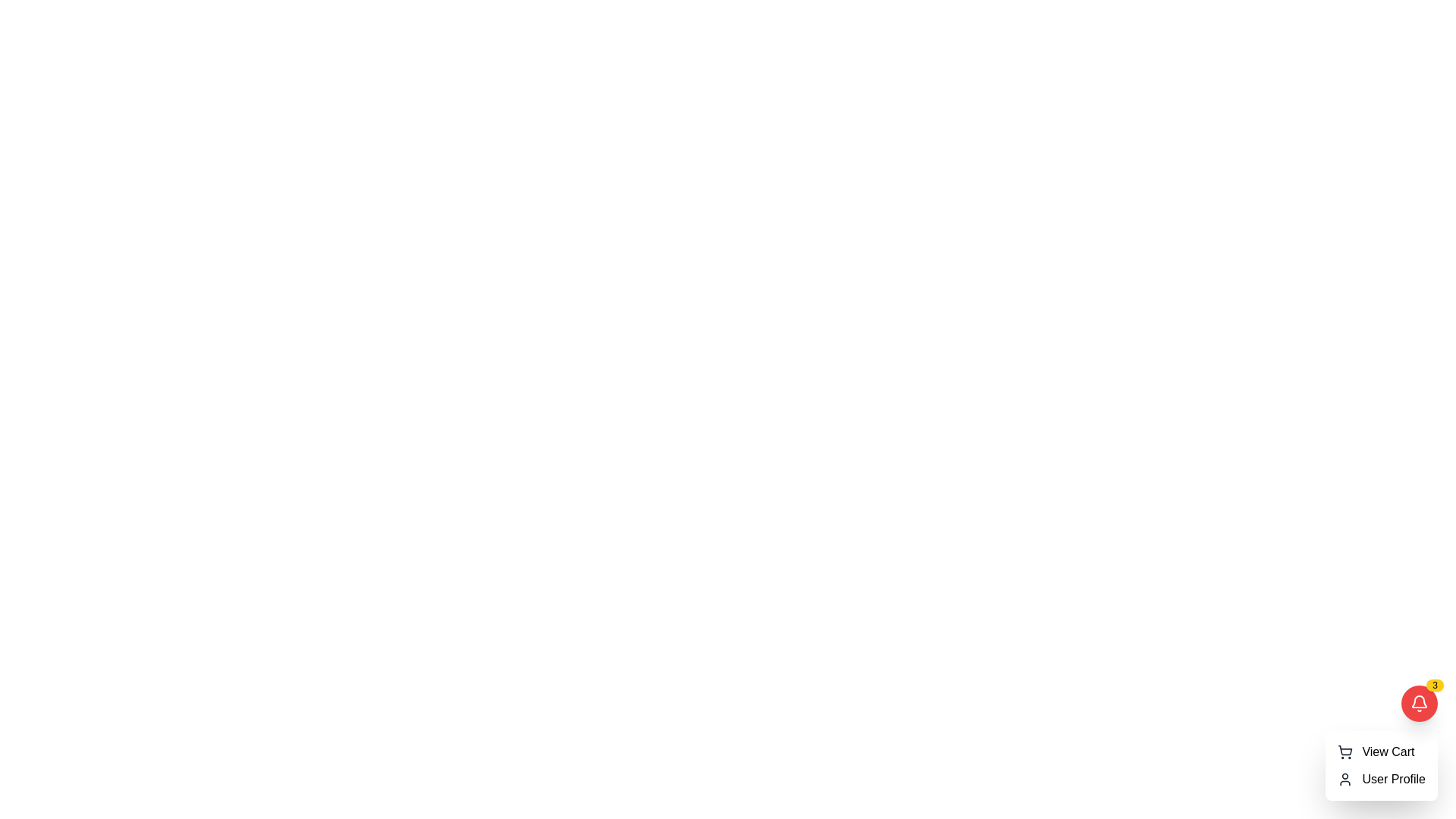  Describe the element at coordinates (1394, 780) in the screenshot. I see `the 'User Profile' text label, which is styled in black and located at the bottom-right corner of the interface, below the shopping cart and user profile icons` at that location.